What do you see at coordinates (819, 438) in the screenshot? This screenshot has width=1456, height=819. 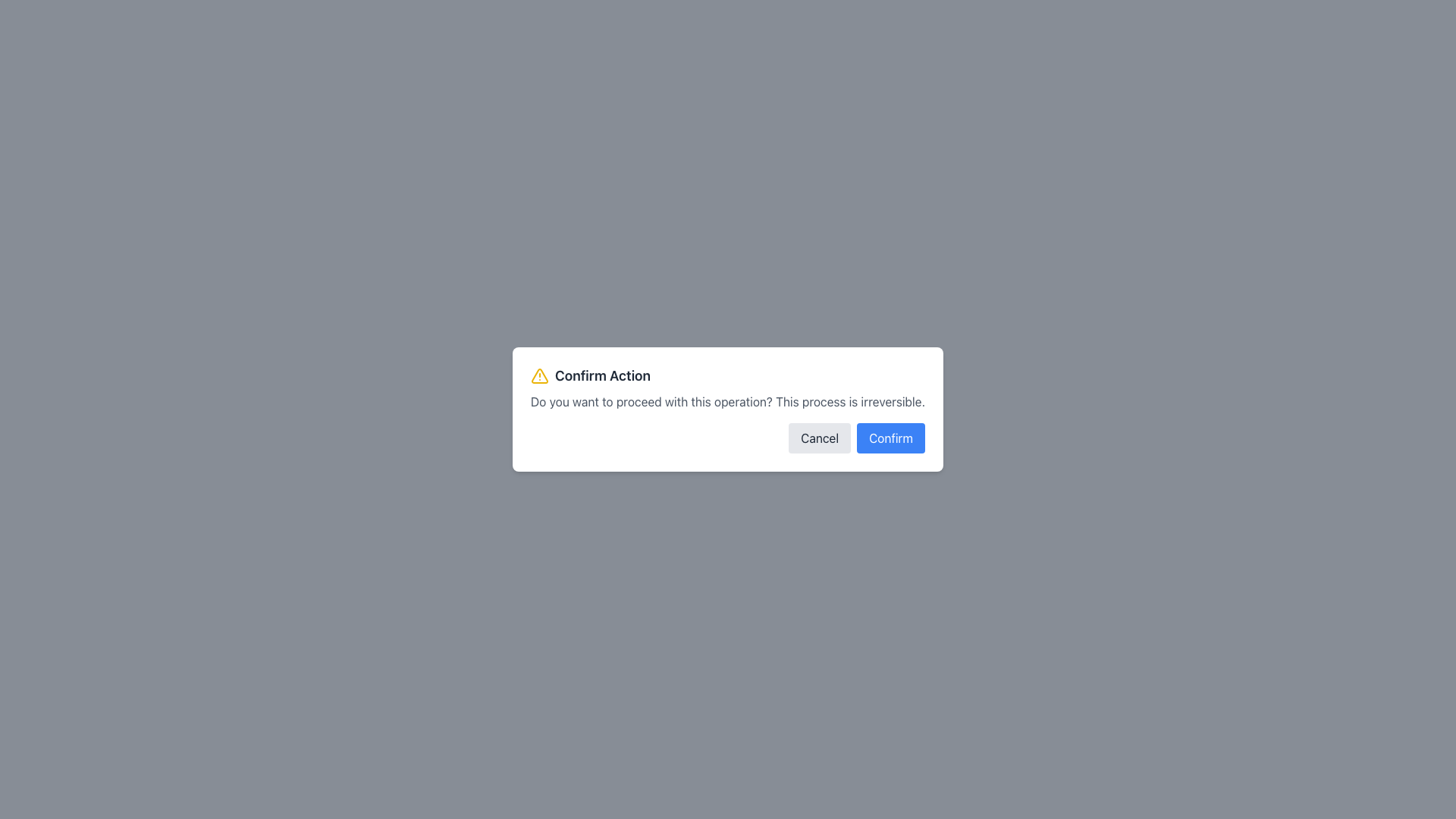 I see `the cancellation button located on the right side of the confirmation modal to observe its hover styling effects` at bounding box center [819, 438].